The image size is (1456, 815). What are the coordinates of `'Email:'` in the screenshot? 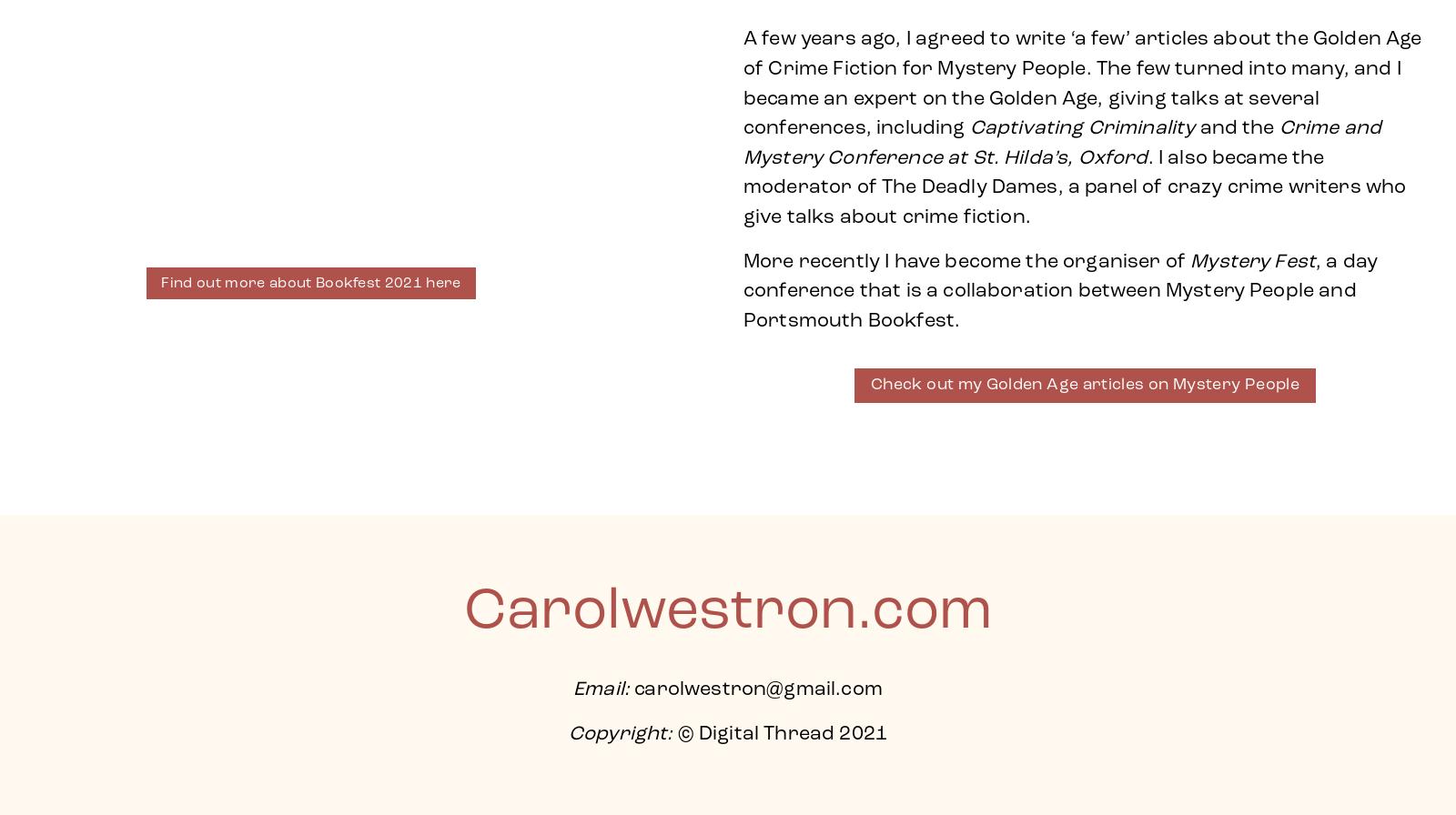 It's located at (601, 689).